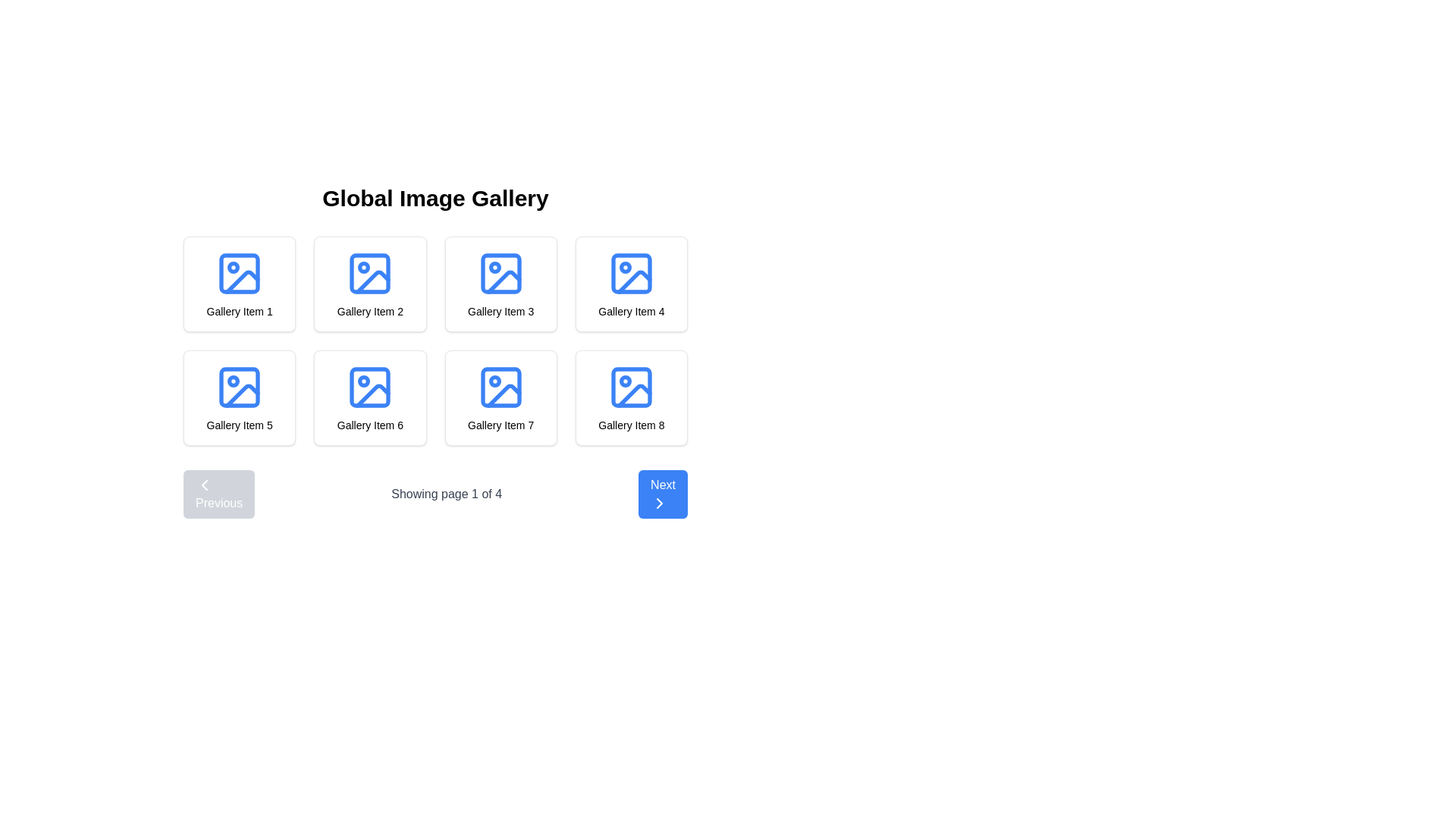 The height and width of the screenshot is (819, 1456). What do you see at coordinates (500, 284) in the screenshot?
I see `the 'Gallery Item 3' card component` at bounding box center [500, 284].